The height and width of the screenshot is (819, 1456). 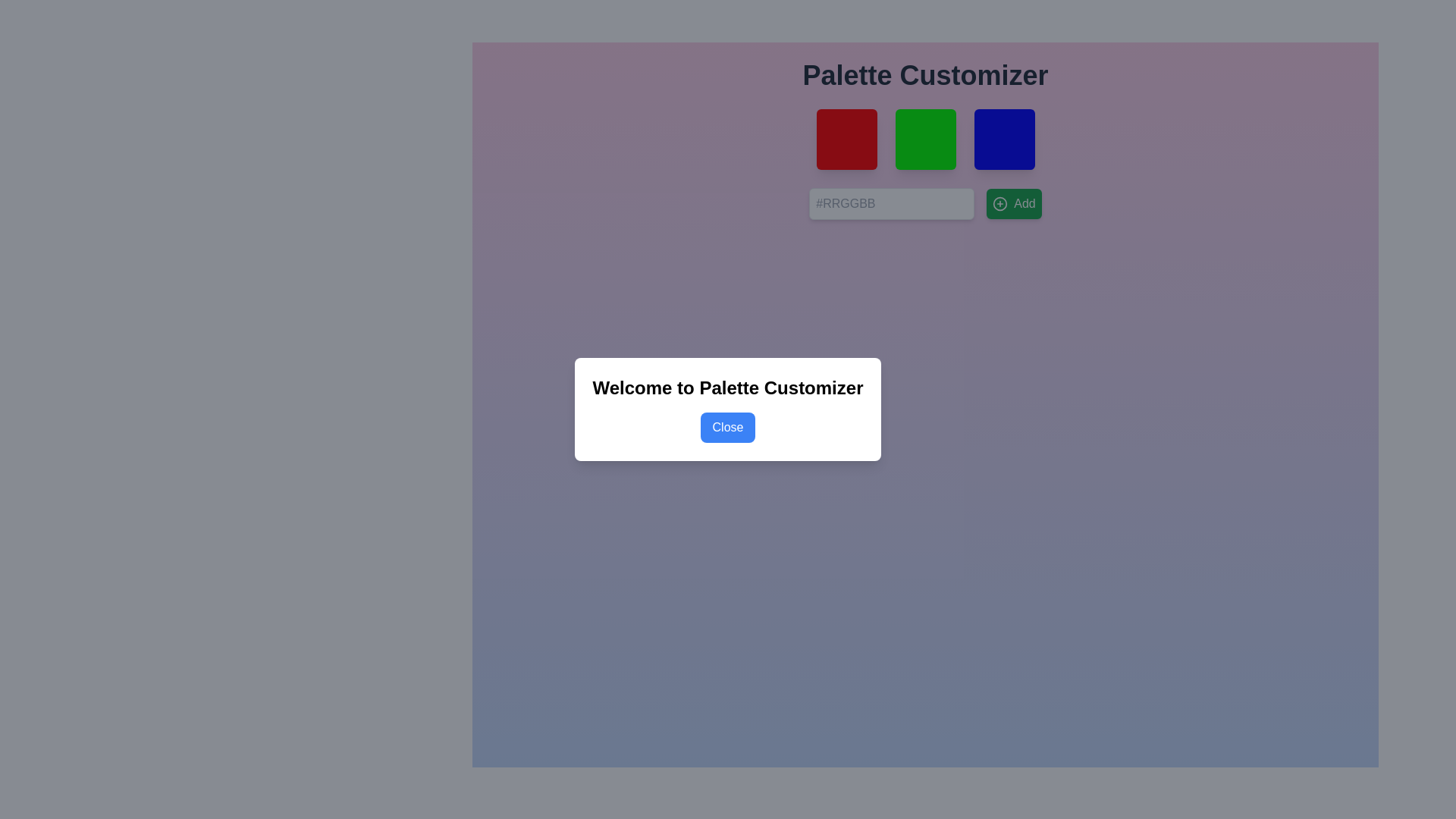 What do you see at coordinates (1000, 203) in the screenshot?
I see `the 'Add' button which contains a circular icon with a plus sign (+) on a green background, located in the top-right section of the interface` at bounding box center [1000, 203].